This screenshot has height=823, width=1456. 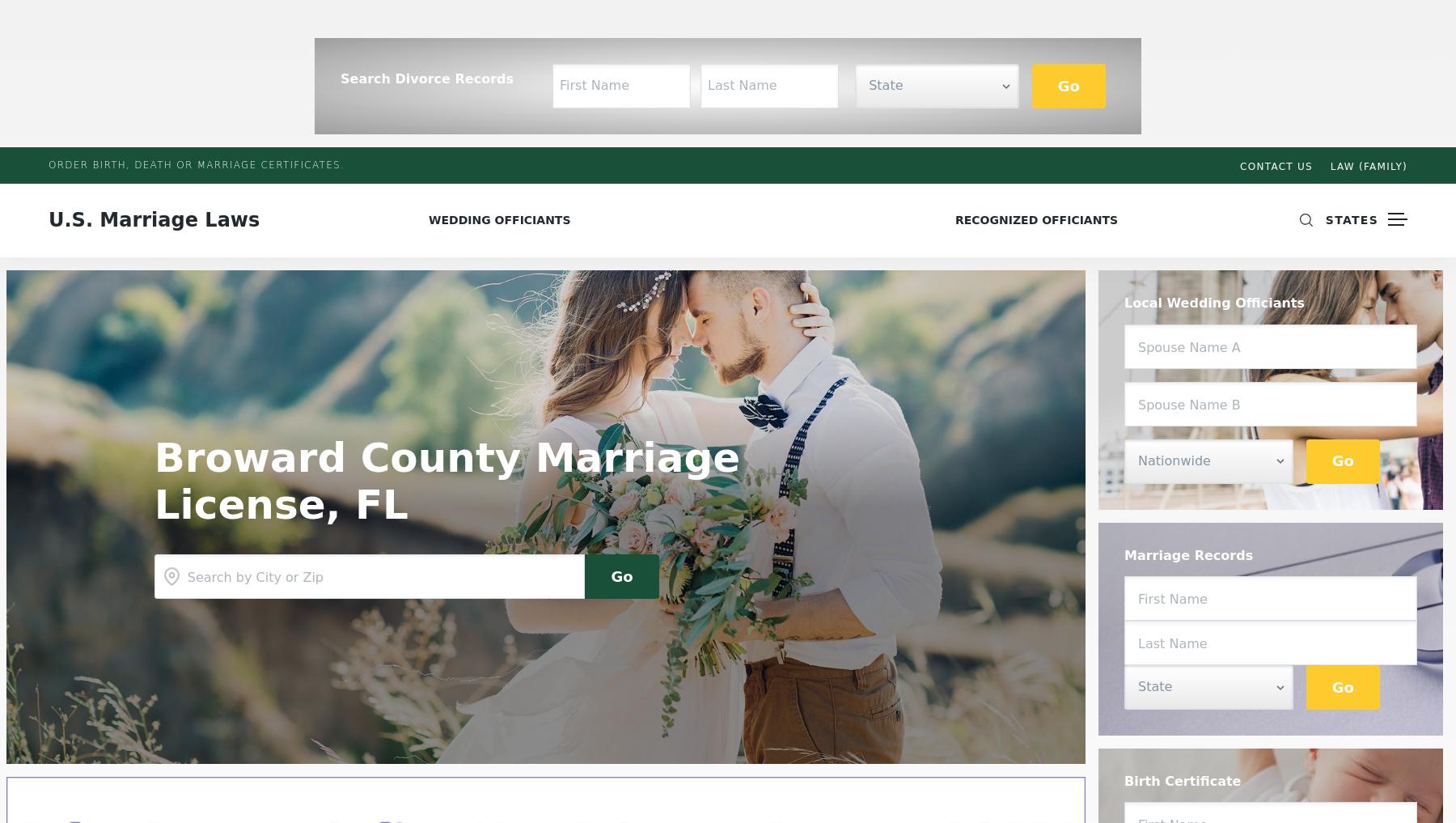 What do you see at coordinates (446, 480) in the screenshot?
I see `'Broward County Marriage License, FL'` at bounding box center [446, 480].